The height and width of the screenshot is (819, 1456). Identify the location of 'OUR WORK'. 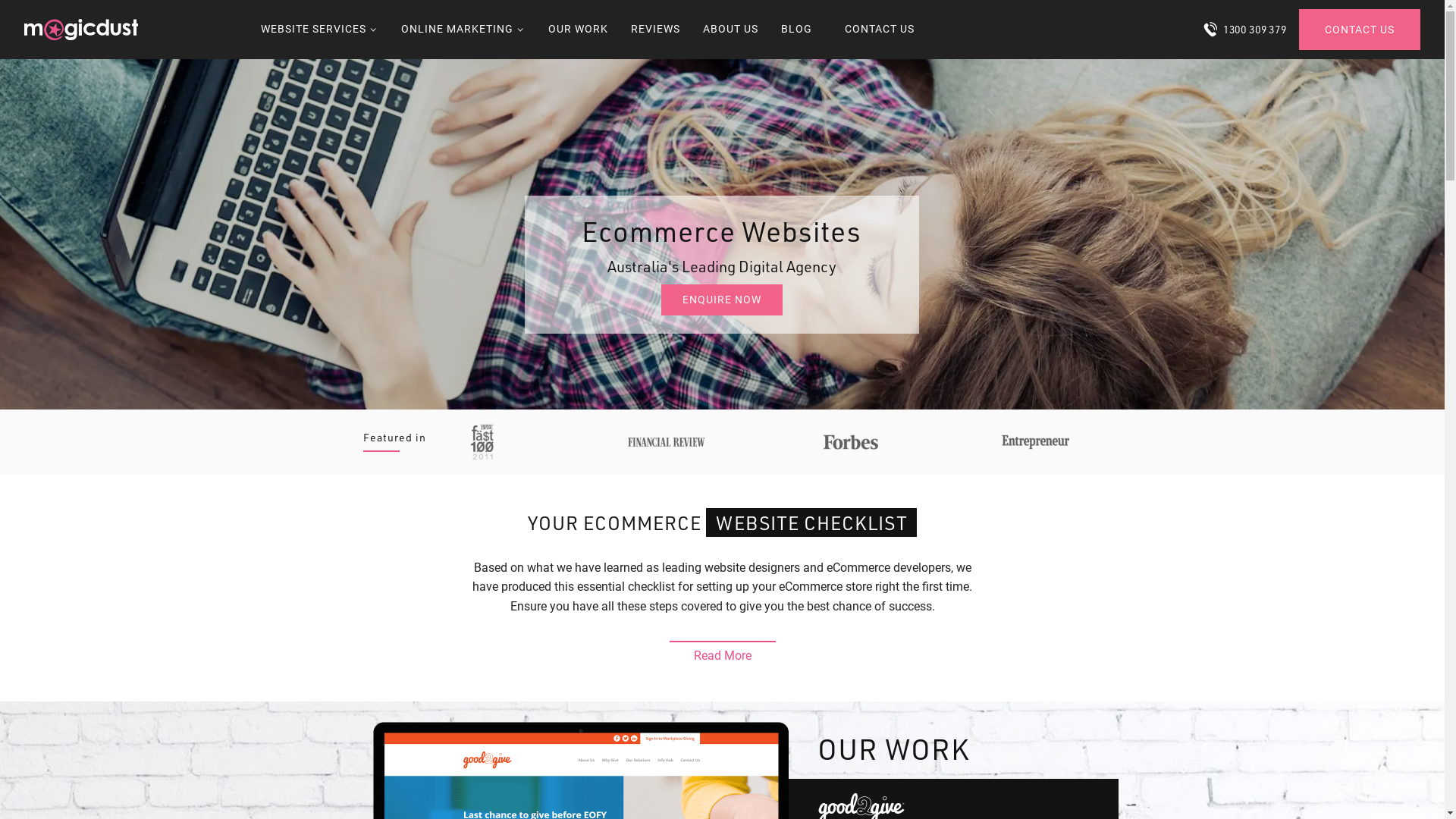
(577, 29).